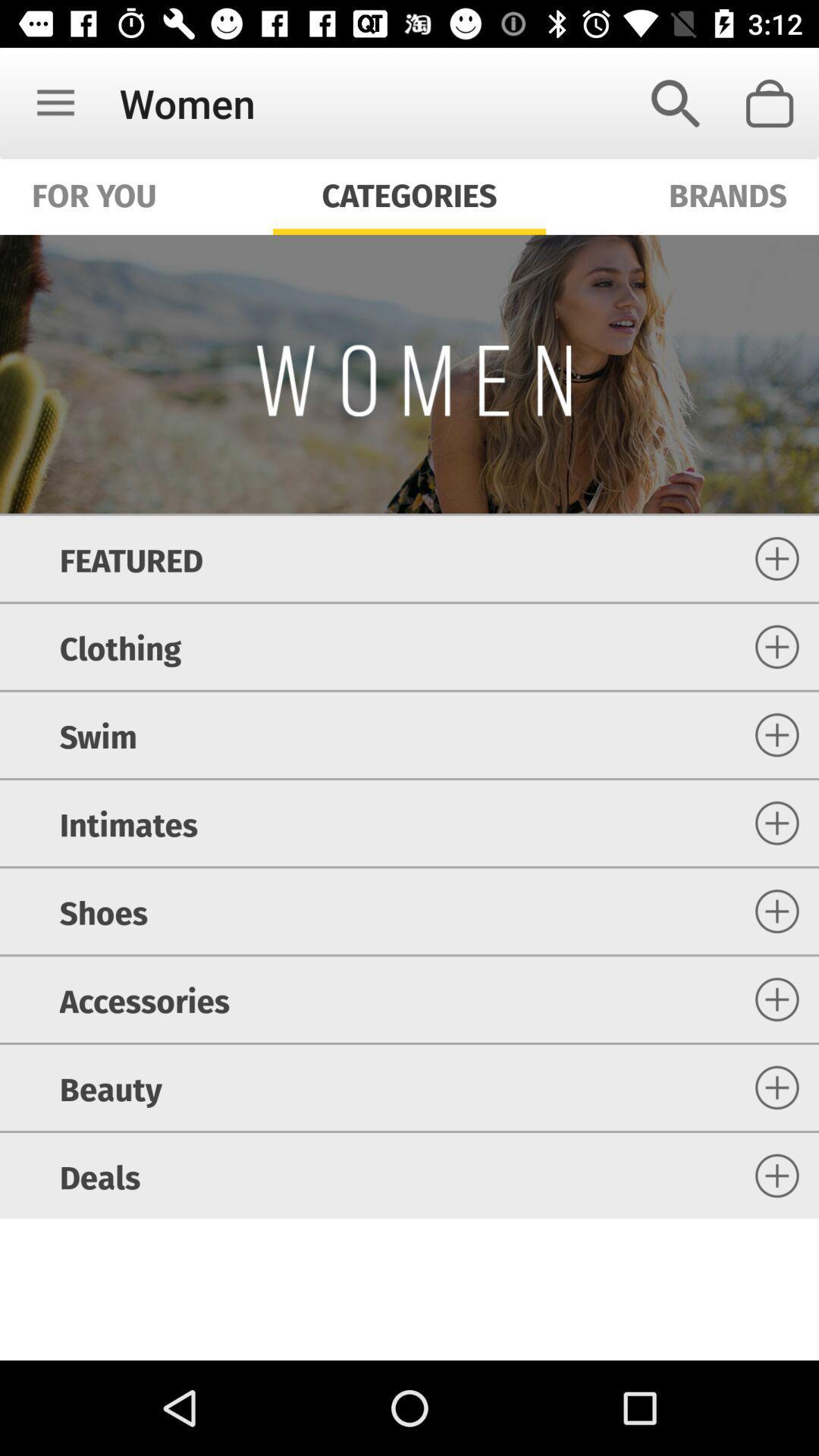  Describe the element at coordinates (119, 647) in the screenshot. I see `the icon above the swim icon` at that location.